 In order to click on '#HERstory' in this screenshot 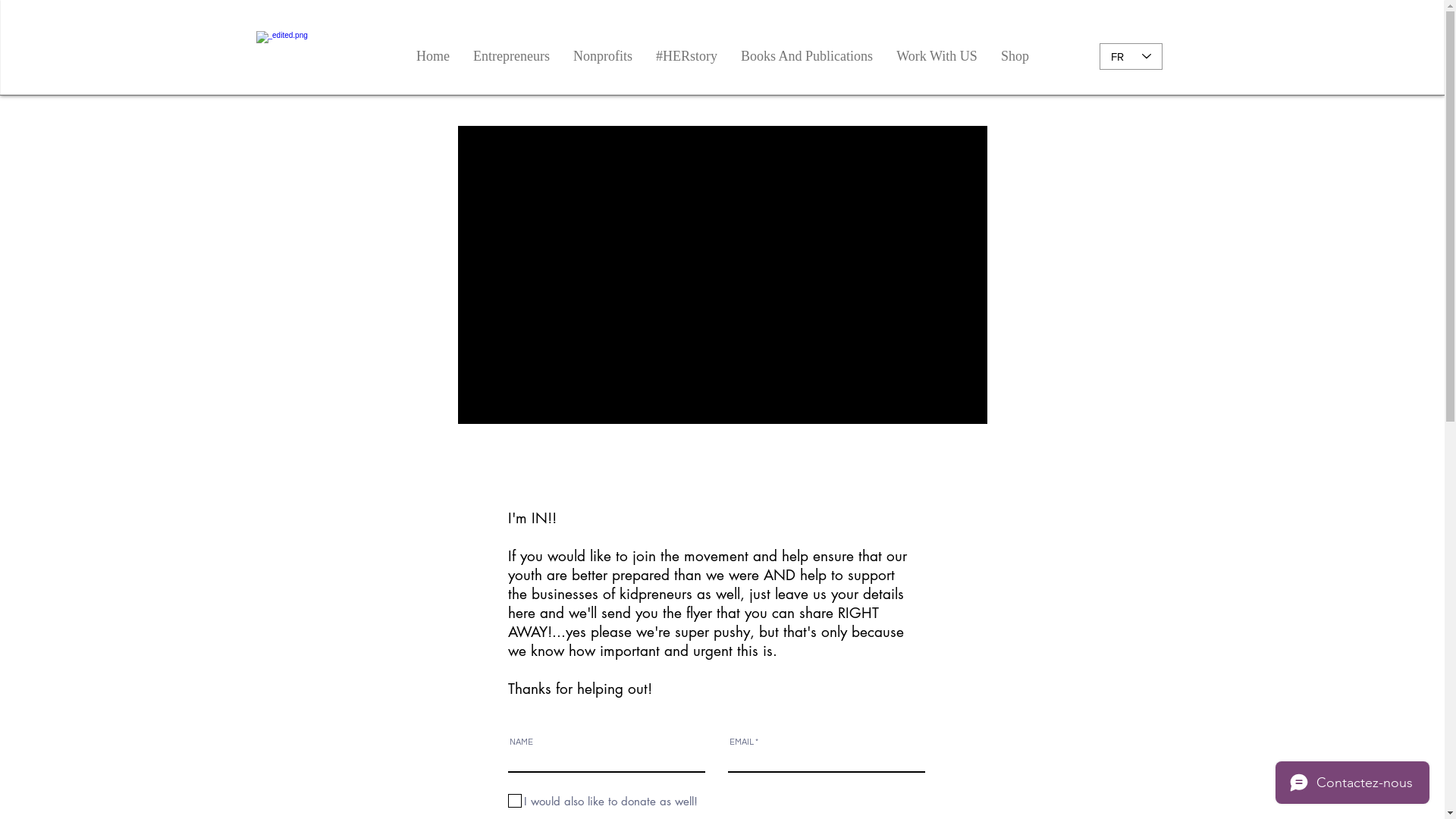, I will do `click(686, 55)`.